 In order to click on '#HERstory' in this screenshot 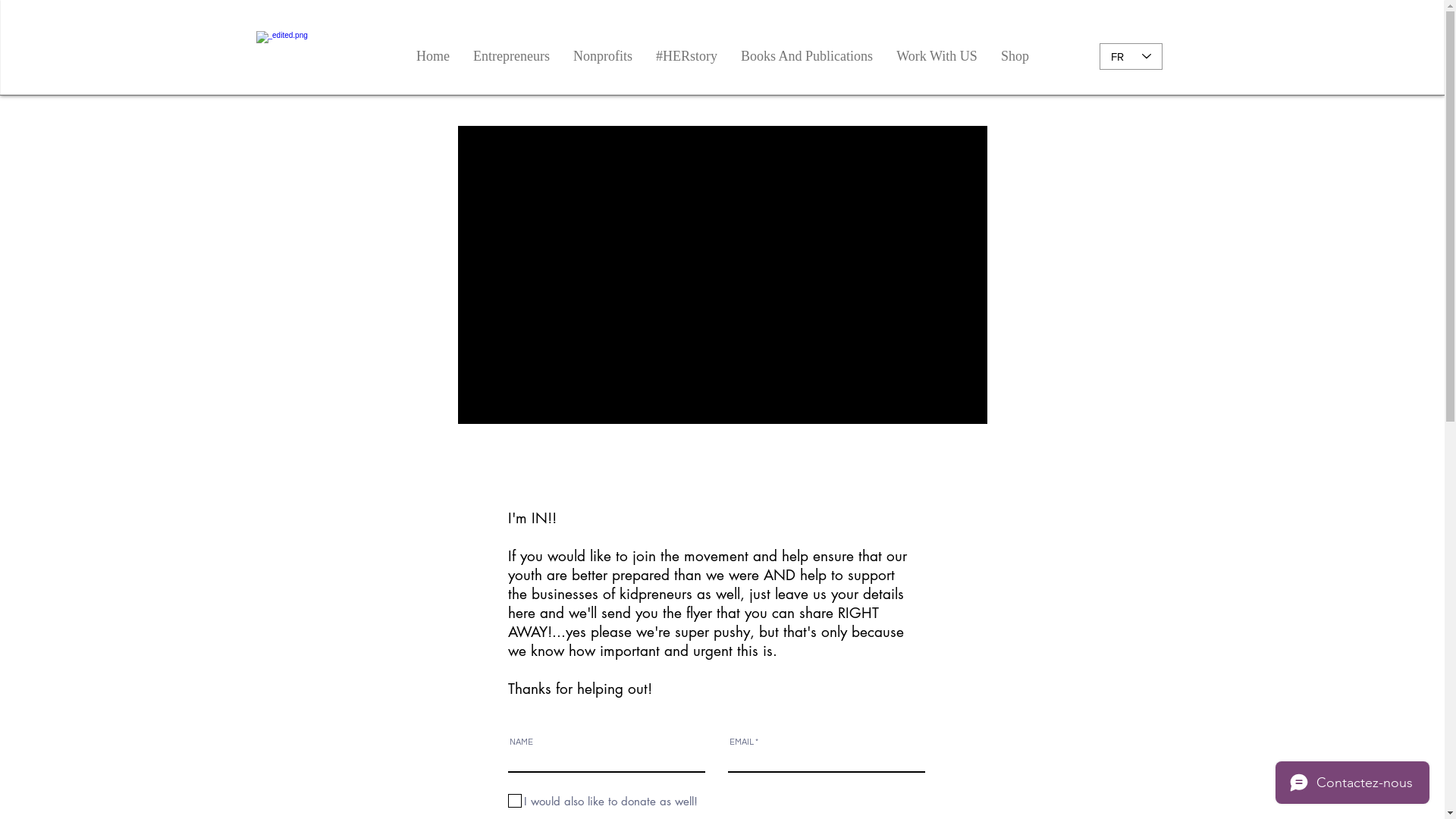, I will do `click(686, 55)`.